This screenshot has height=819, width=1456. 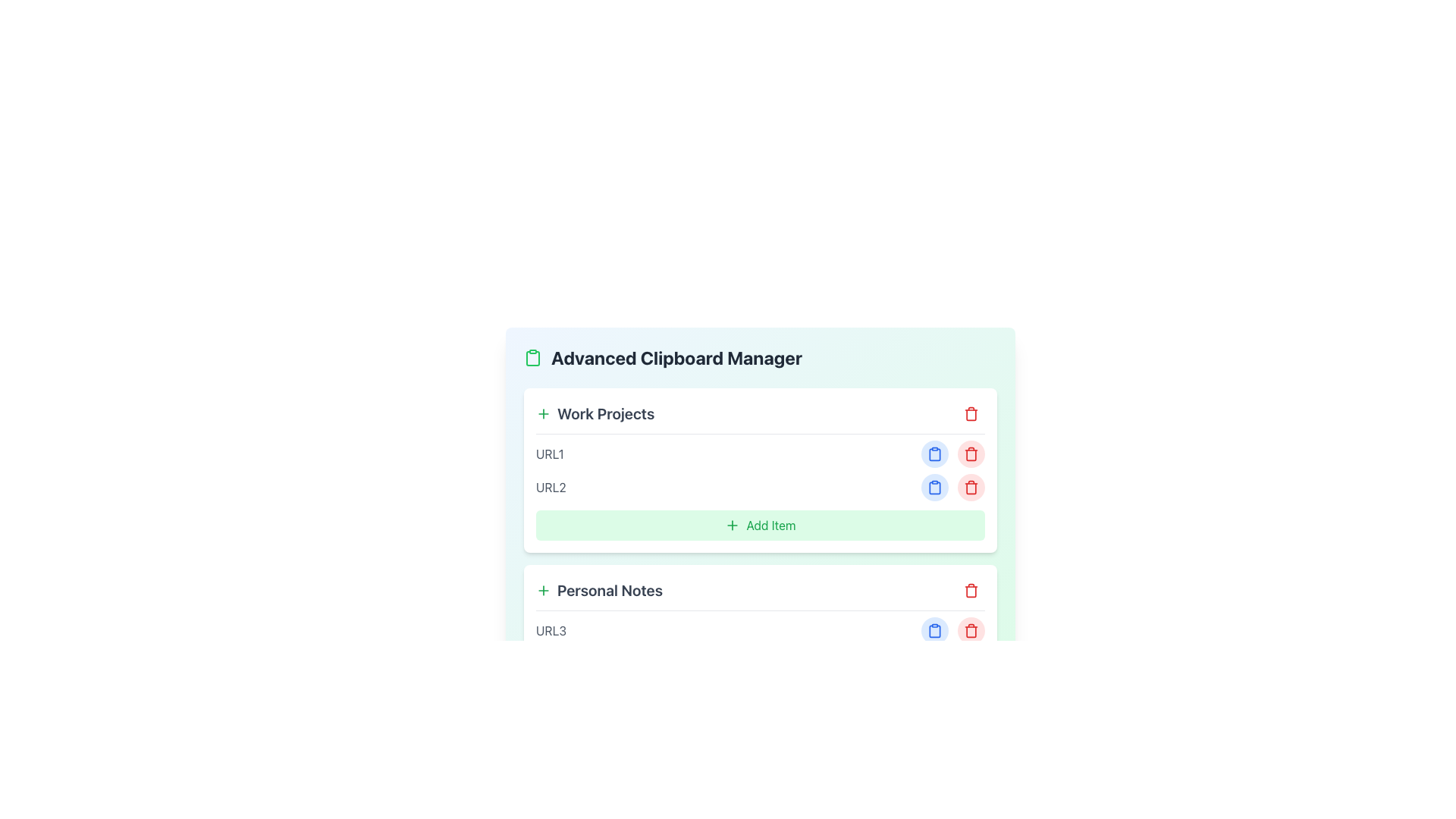 What do you see at coordinates (971, 488) in the screenshot?
I see `the circular red button with a trash can icon` at bounding box center [971, 488].